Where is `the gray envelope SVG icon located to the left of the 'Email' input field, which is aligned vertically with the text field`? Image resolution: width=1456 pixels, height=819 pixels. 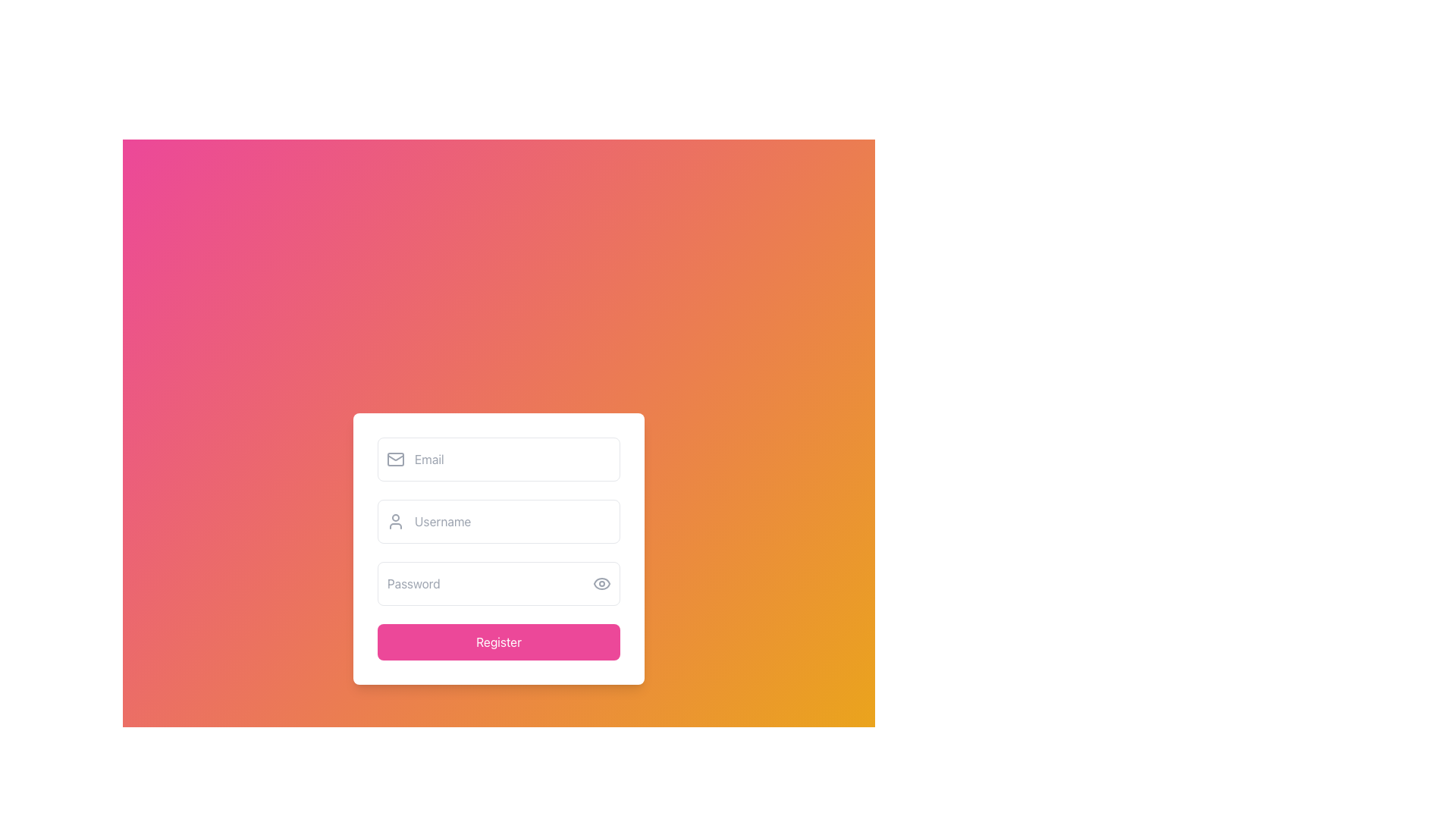
the gray envelope SVG icon located to the left of the 'Email' input field, which is aligned vertically with the text field is located at coordinates (396, 458).